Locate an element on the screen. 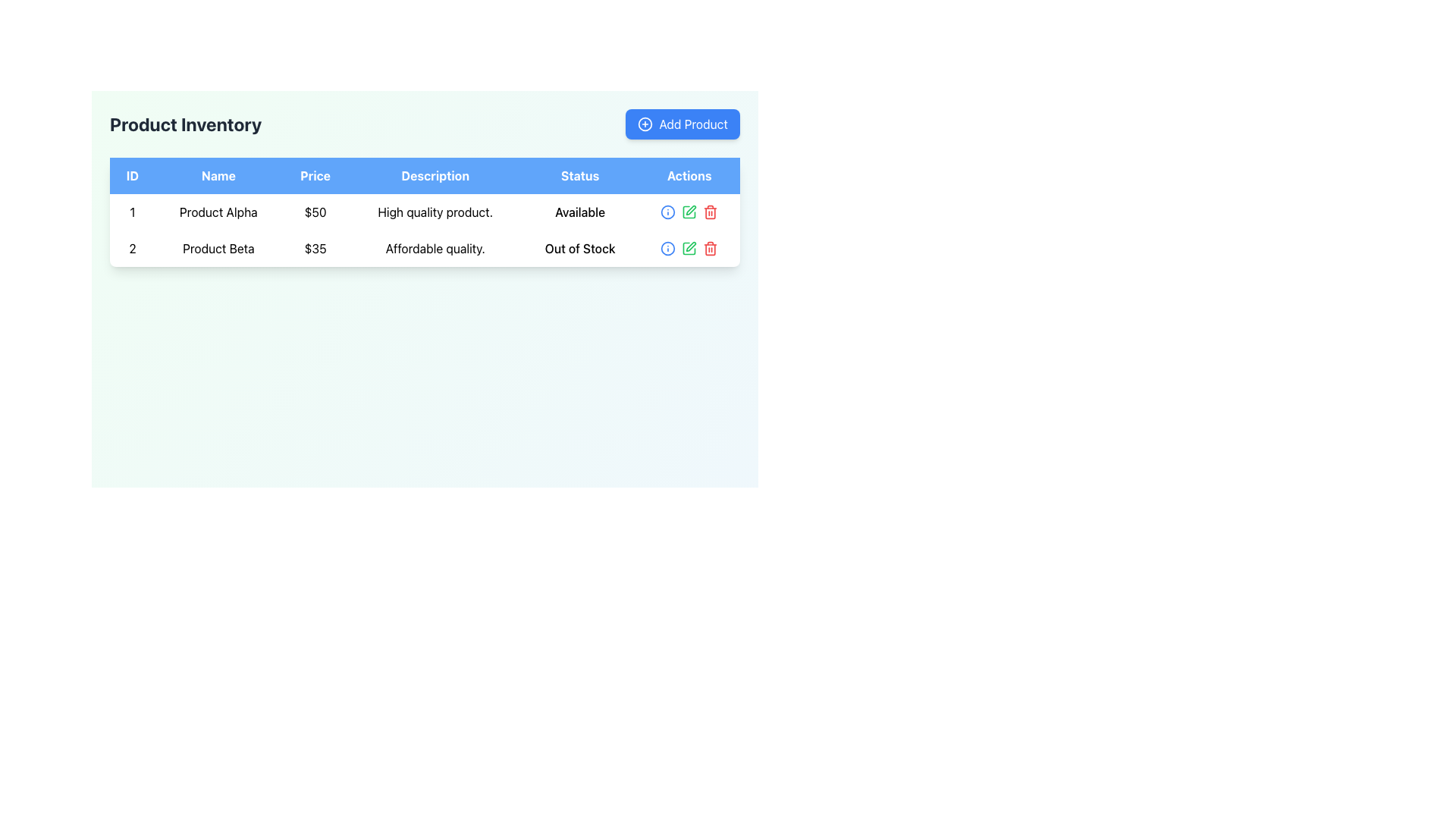  the circular blue information icon located in the 'Actions' column of the second row of the 'Product Inventory' table is located at coordinates (667, 212).